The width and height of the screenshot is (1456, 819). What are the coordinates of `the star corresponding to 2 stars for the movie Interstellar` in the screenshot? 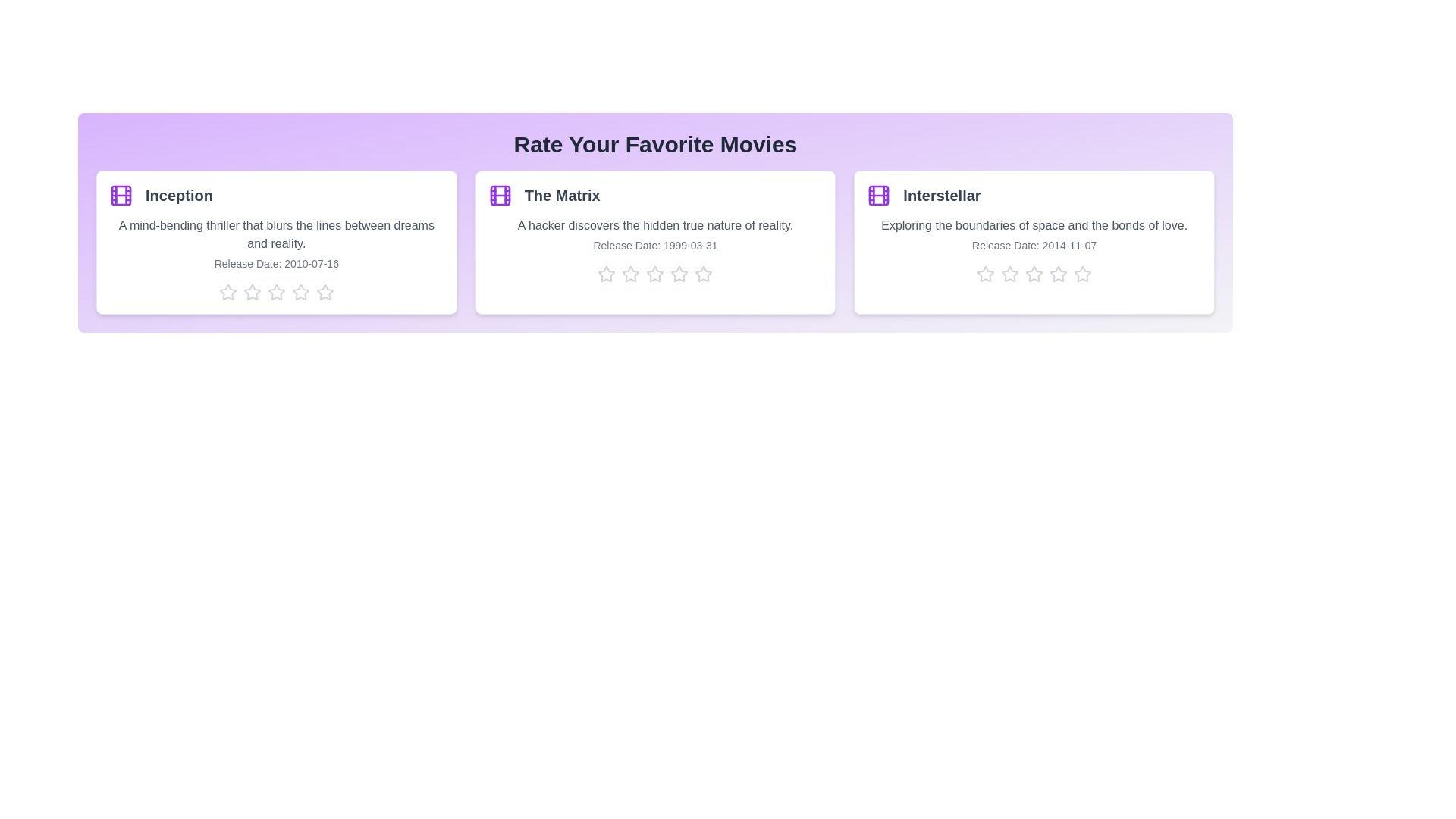 It's located at (1010, 275).